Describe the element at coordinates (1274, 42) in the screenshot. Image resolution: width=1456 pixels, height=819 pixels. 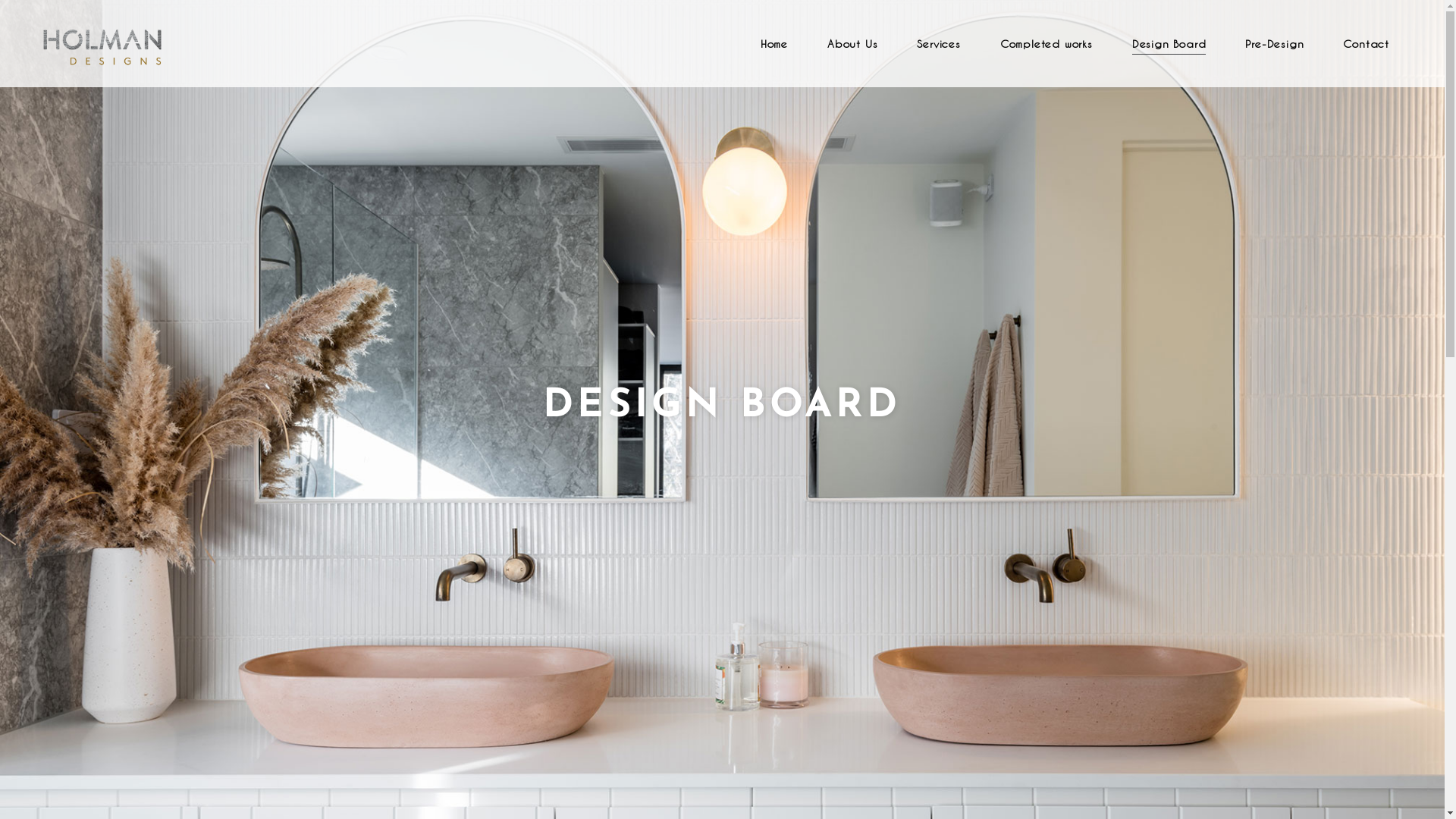
I see `'Pre-Design'` at that location.